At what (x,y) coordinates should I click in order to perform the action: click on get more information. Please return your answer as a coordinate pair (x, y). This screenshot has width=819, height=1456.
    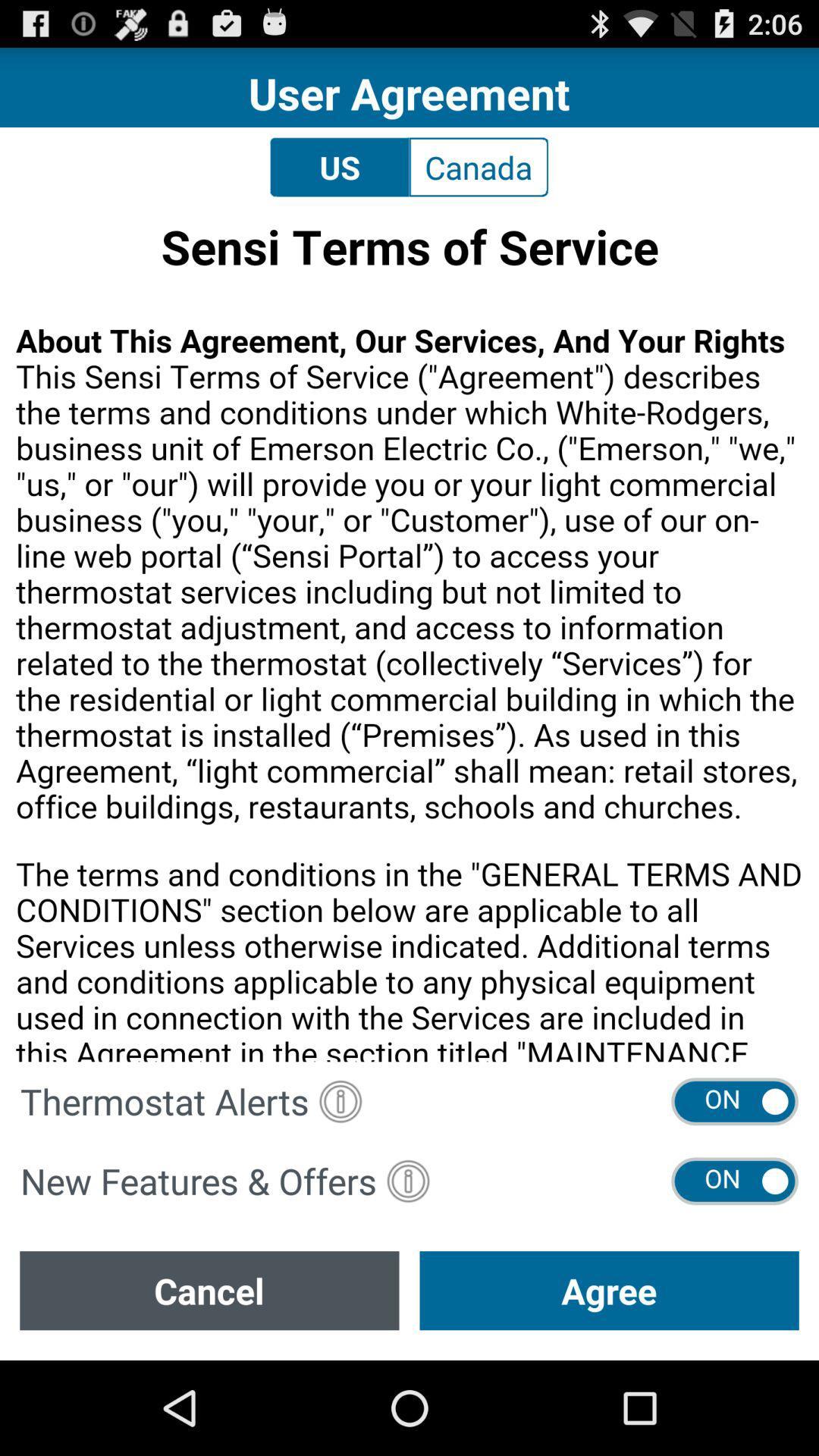
    Looking at the image, I should click on (407, 1180).